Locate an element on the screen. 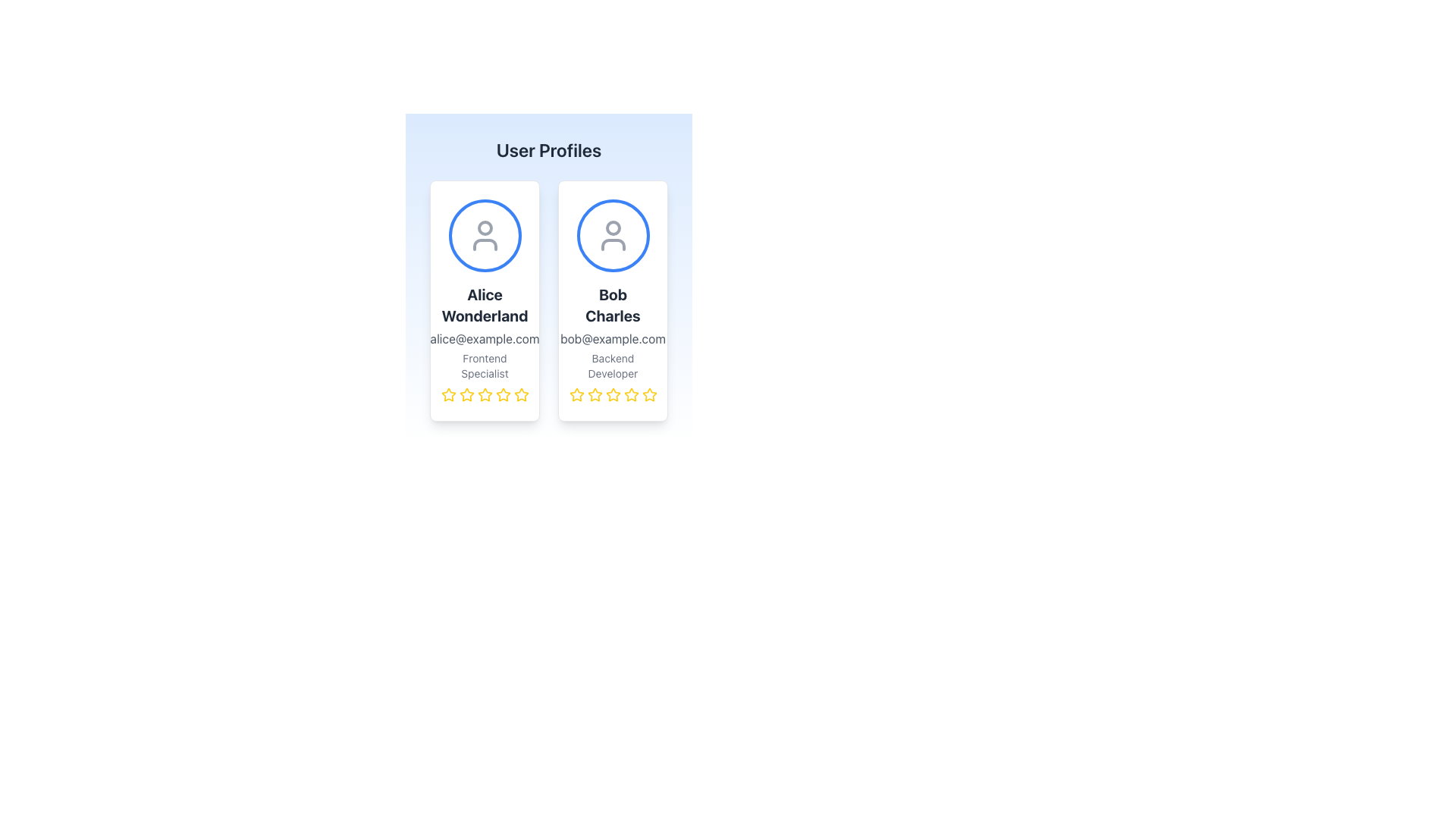 Image resolution: width=1456 pixels, height=819 pixels. the first star icon in the rating options for 'Alice Wonderland' is located at coordinates (466, 394).